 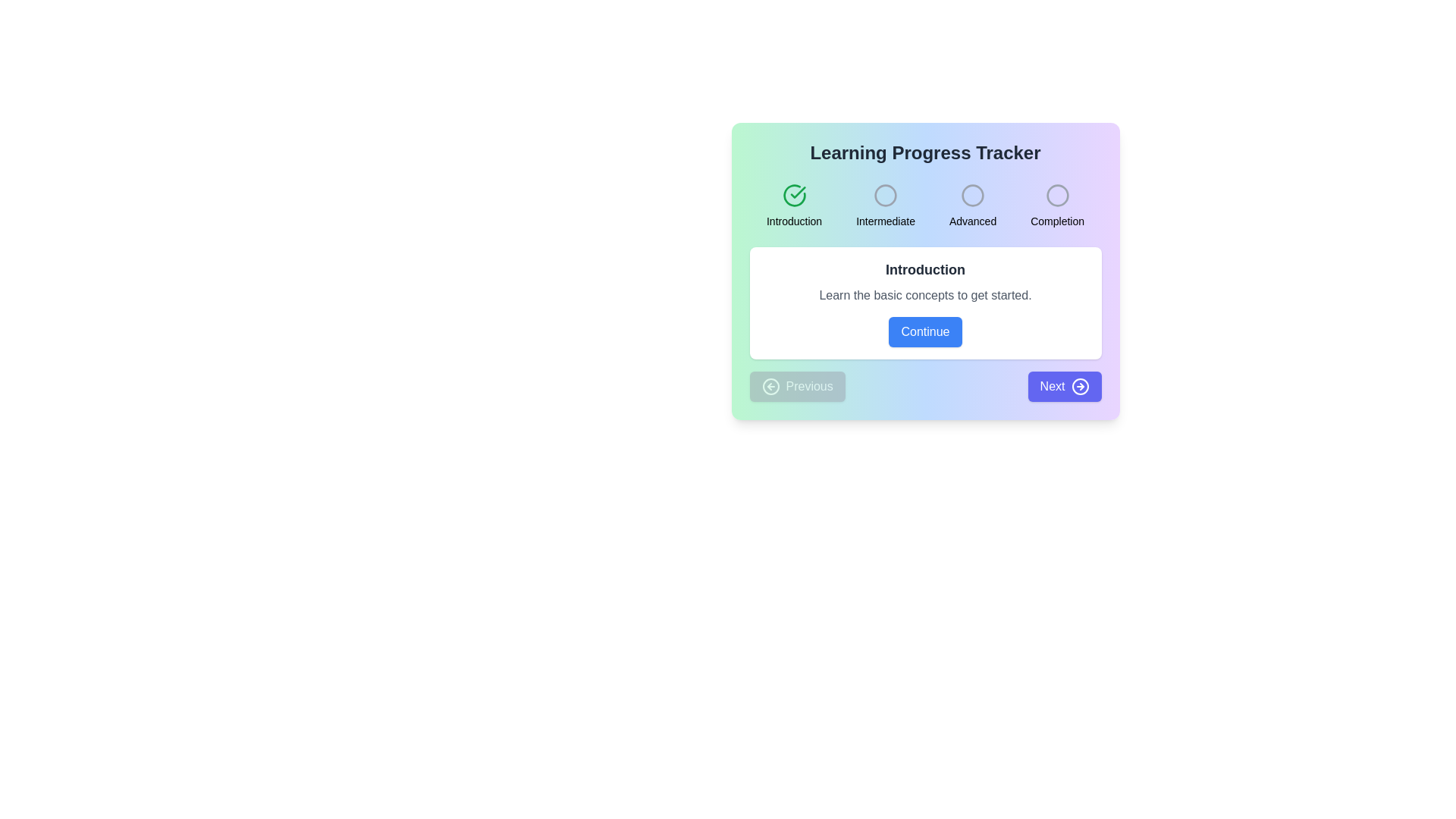 What do you see at coordinates (796, 385) in the screenshot?
I see `the 'Previous' button, which is a rectangular button with rounded corners, gray background, and an arrow icon pointing left before the text in white color` at bounding box center [796, 385].